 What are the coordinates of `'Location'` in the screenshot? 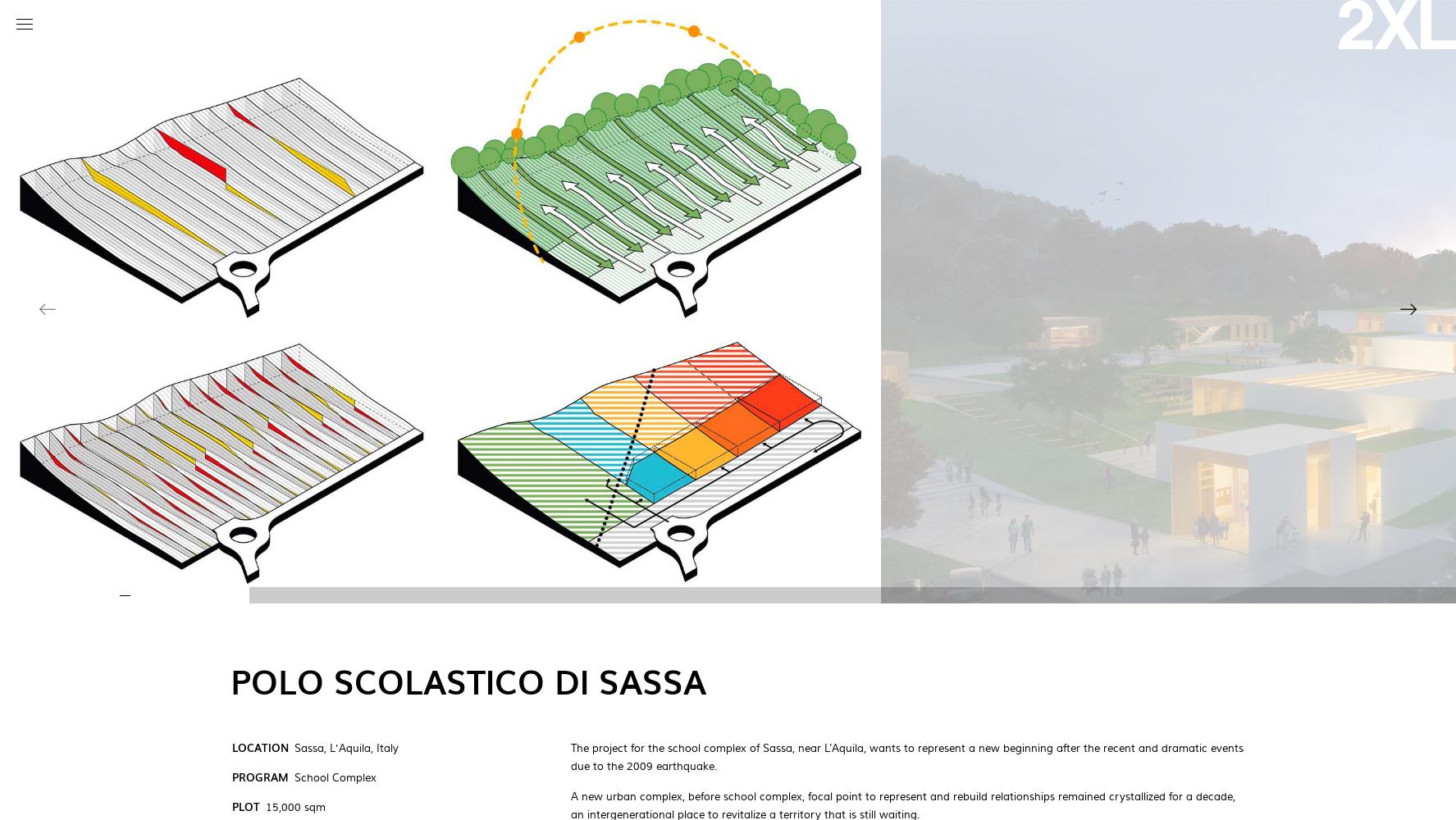 It's located at (259, 747).